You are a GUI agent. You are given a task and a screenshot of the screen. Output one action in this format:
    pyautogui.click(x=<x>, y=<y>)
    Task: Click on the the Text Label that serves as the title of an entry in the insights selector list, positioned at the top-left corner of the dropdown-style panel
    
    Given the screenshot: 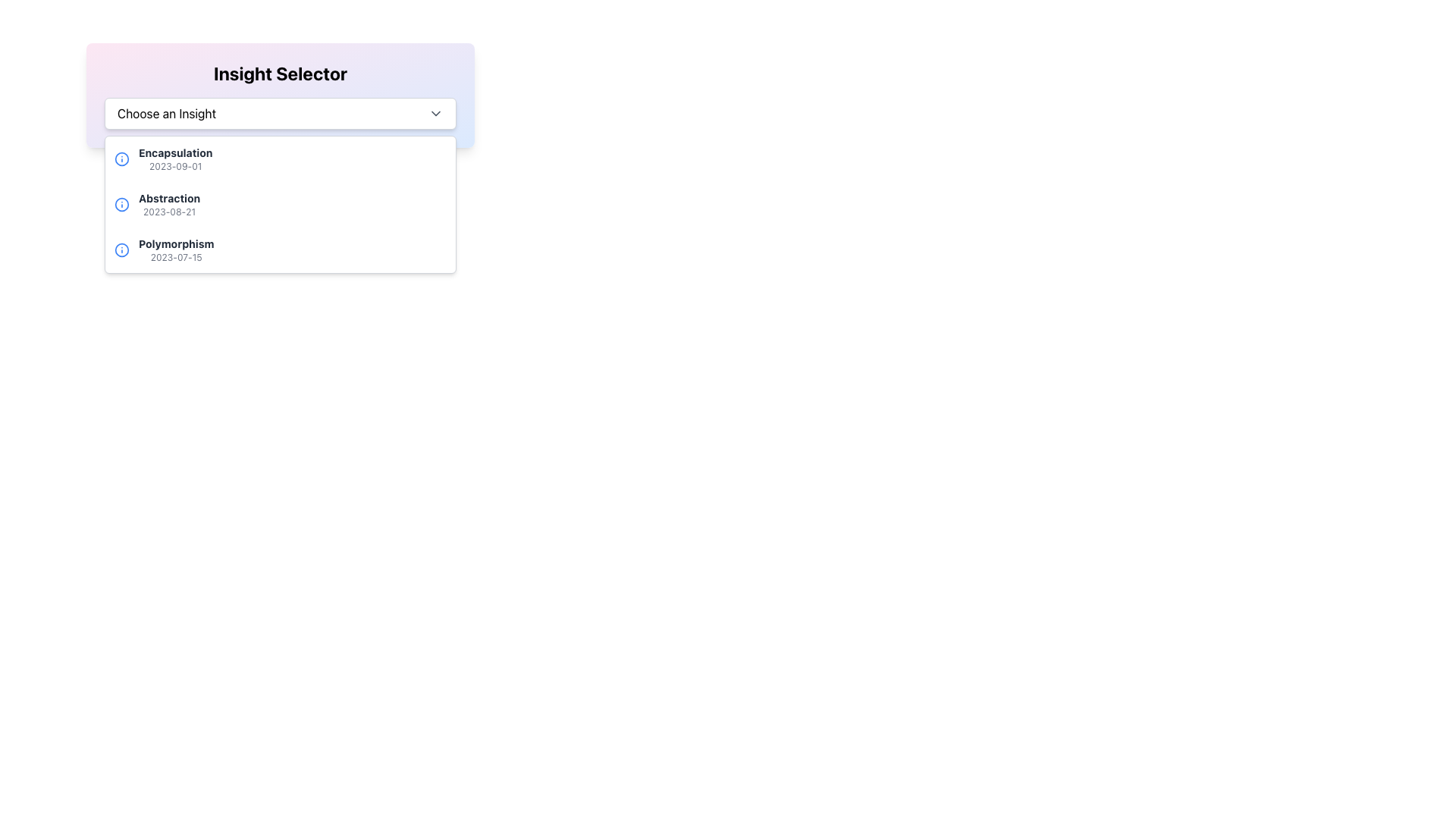 What is the action you would take?
    pyautogui.click(x=175, y=152)
    